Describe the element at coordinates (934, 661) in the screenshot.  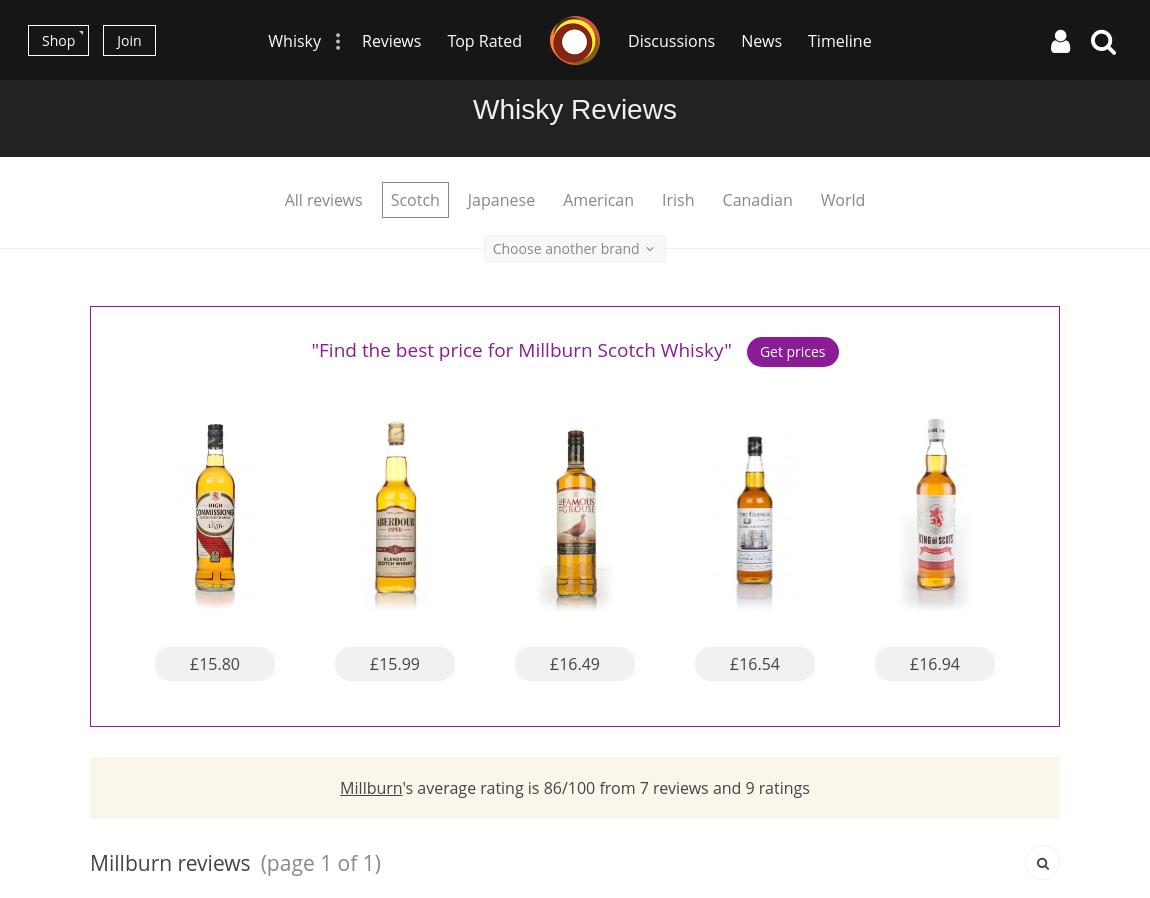
I see `'£16.94'` at that location.